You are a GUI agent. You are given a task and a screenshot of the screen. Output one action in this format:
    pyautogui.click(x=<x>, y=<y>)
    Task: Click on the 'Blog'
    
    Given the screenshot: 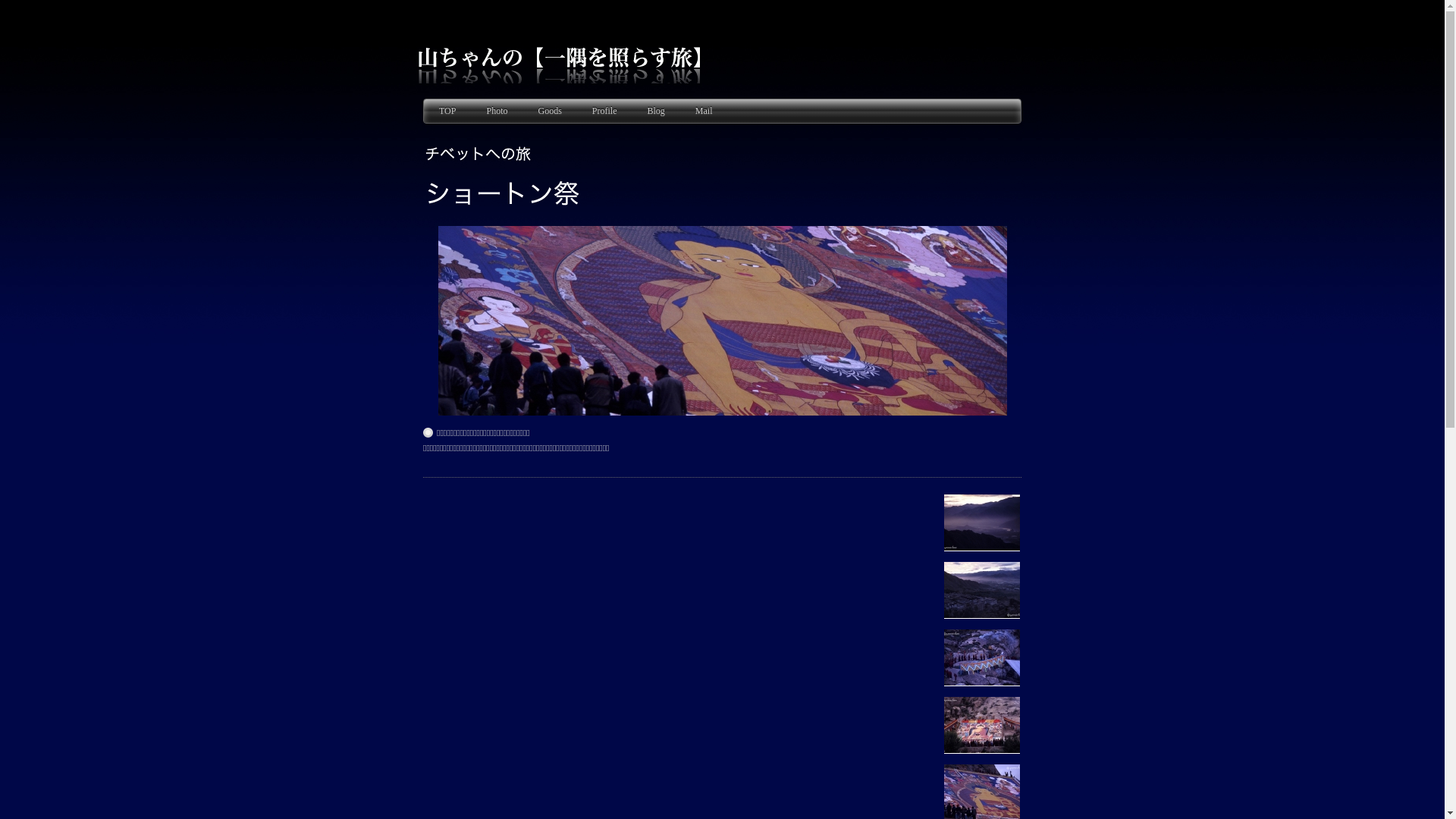 What is the action you would take?
    pyautogui.click(x=655, y=110)
    